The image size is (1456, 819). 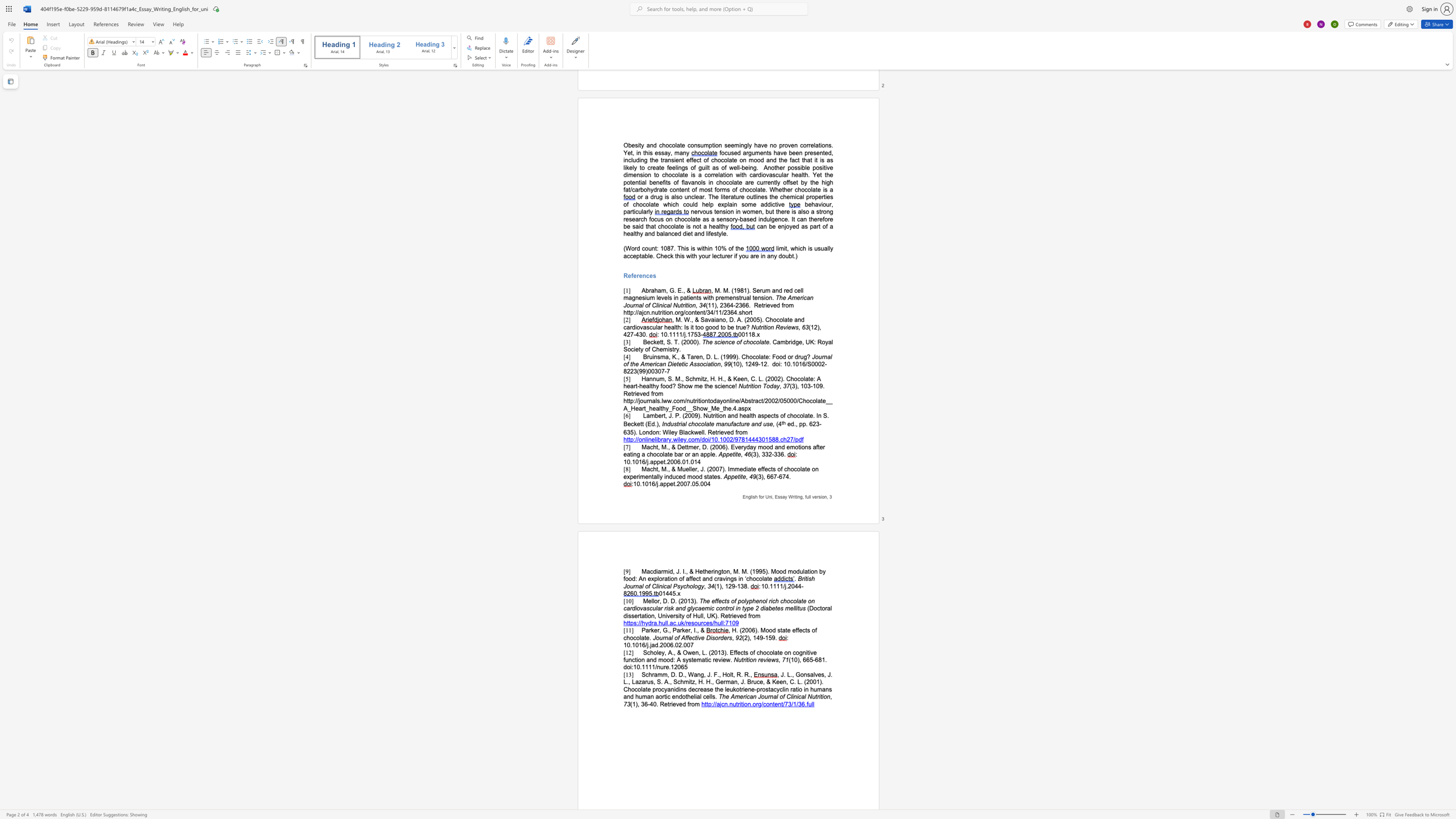 What do you see at coordinates (641, 630) in the screenshot?
I see `the subset text "Parker, G., Par" within the text "Parker, G., Parker, I., &"` at bounding box center [641, 630].